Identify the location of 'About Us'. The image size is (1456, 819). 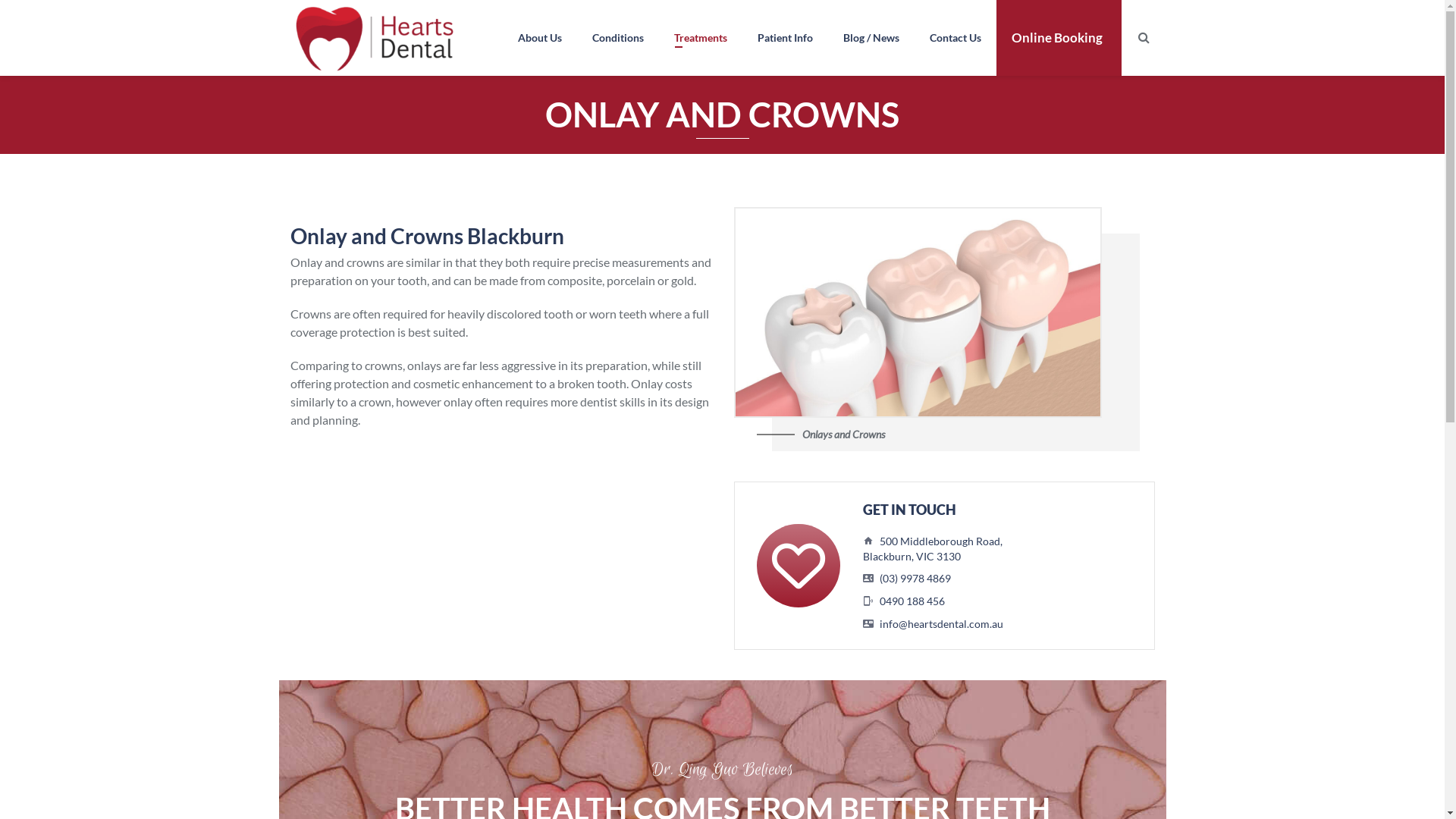
(538, 37).